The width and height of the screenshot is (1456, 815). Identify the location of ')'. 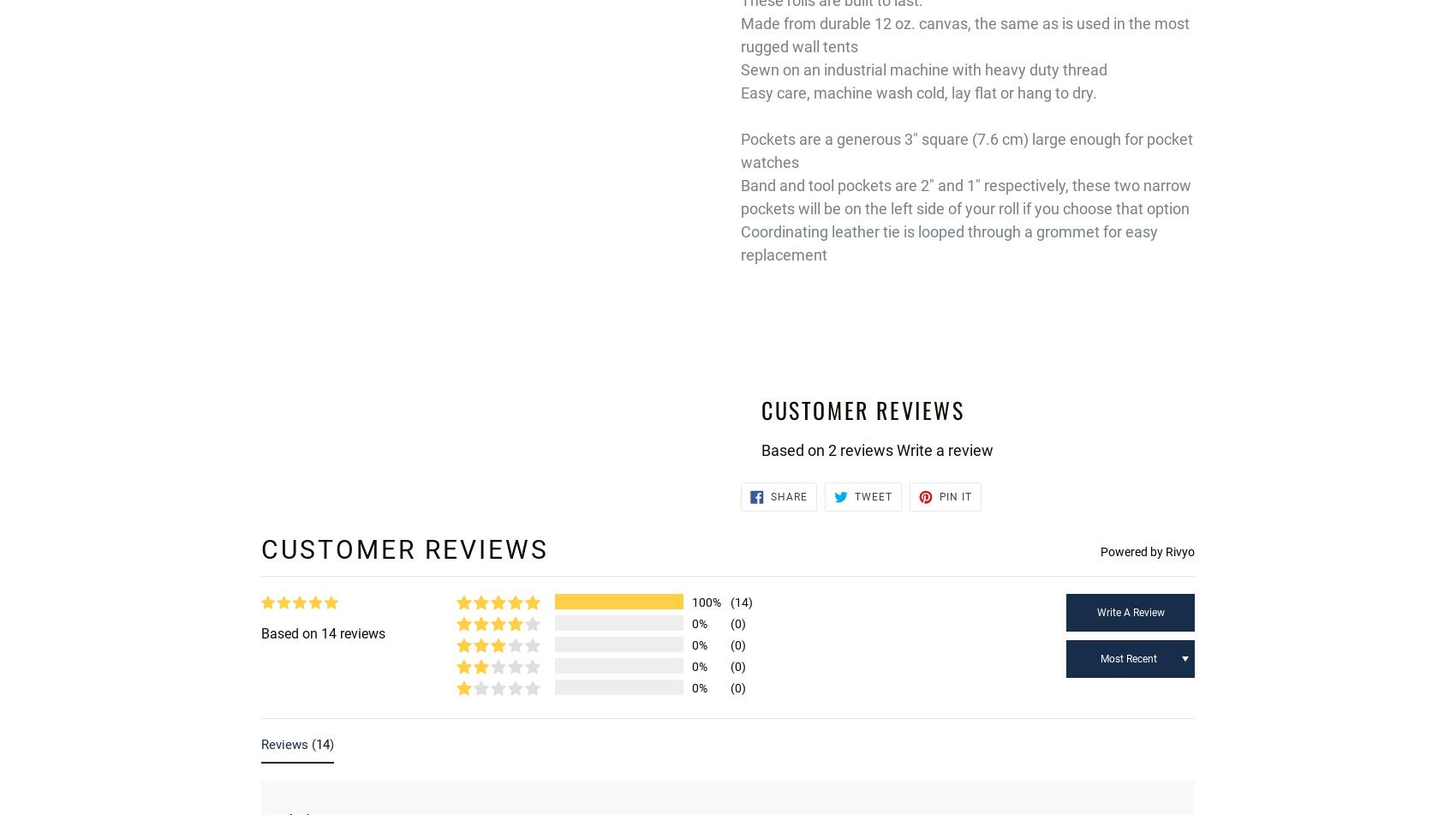
(331, 742).